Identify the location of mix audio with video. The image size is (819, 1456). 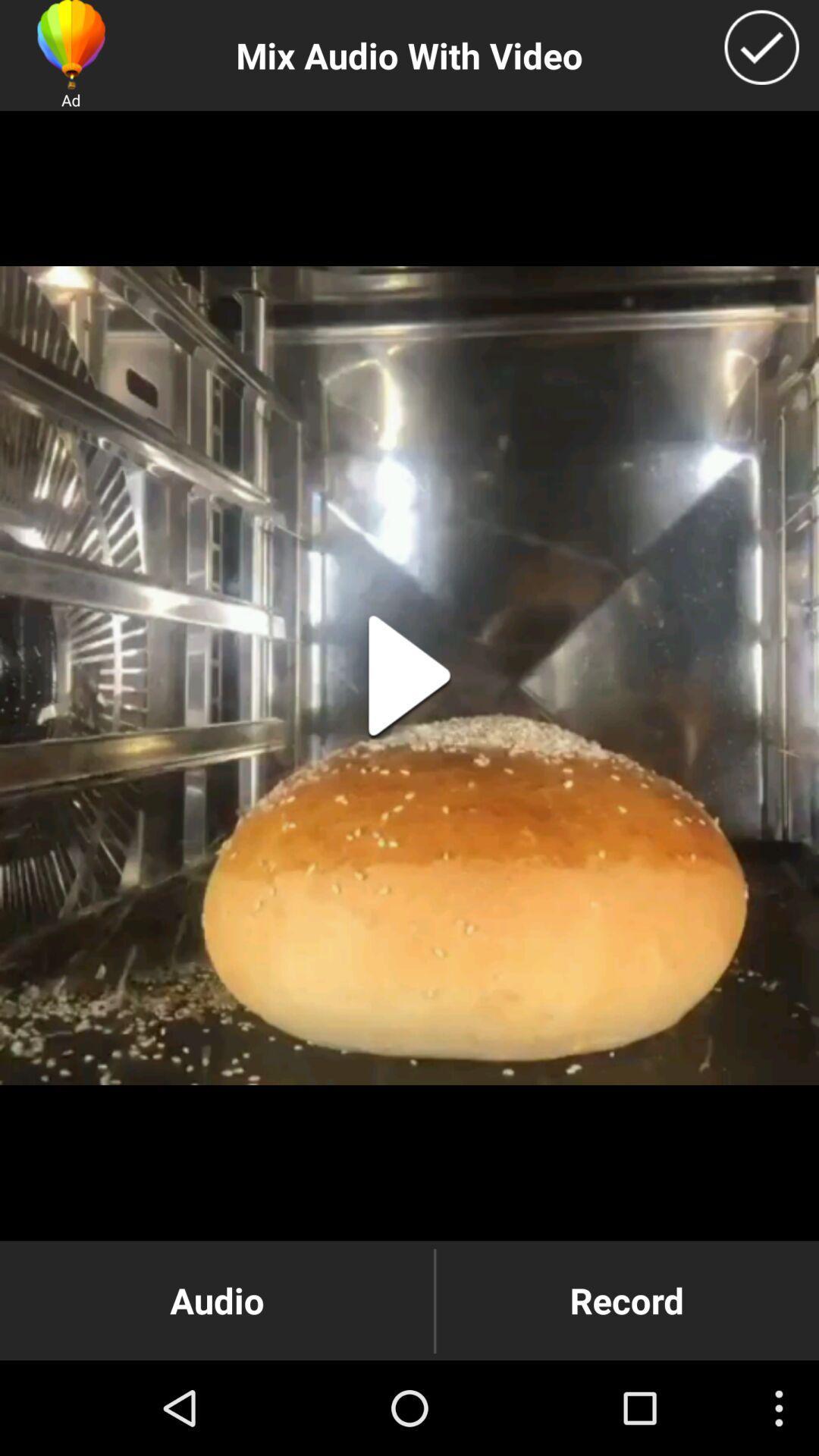
(761, 47).